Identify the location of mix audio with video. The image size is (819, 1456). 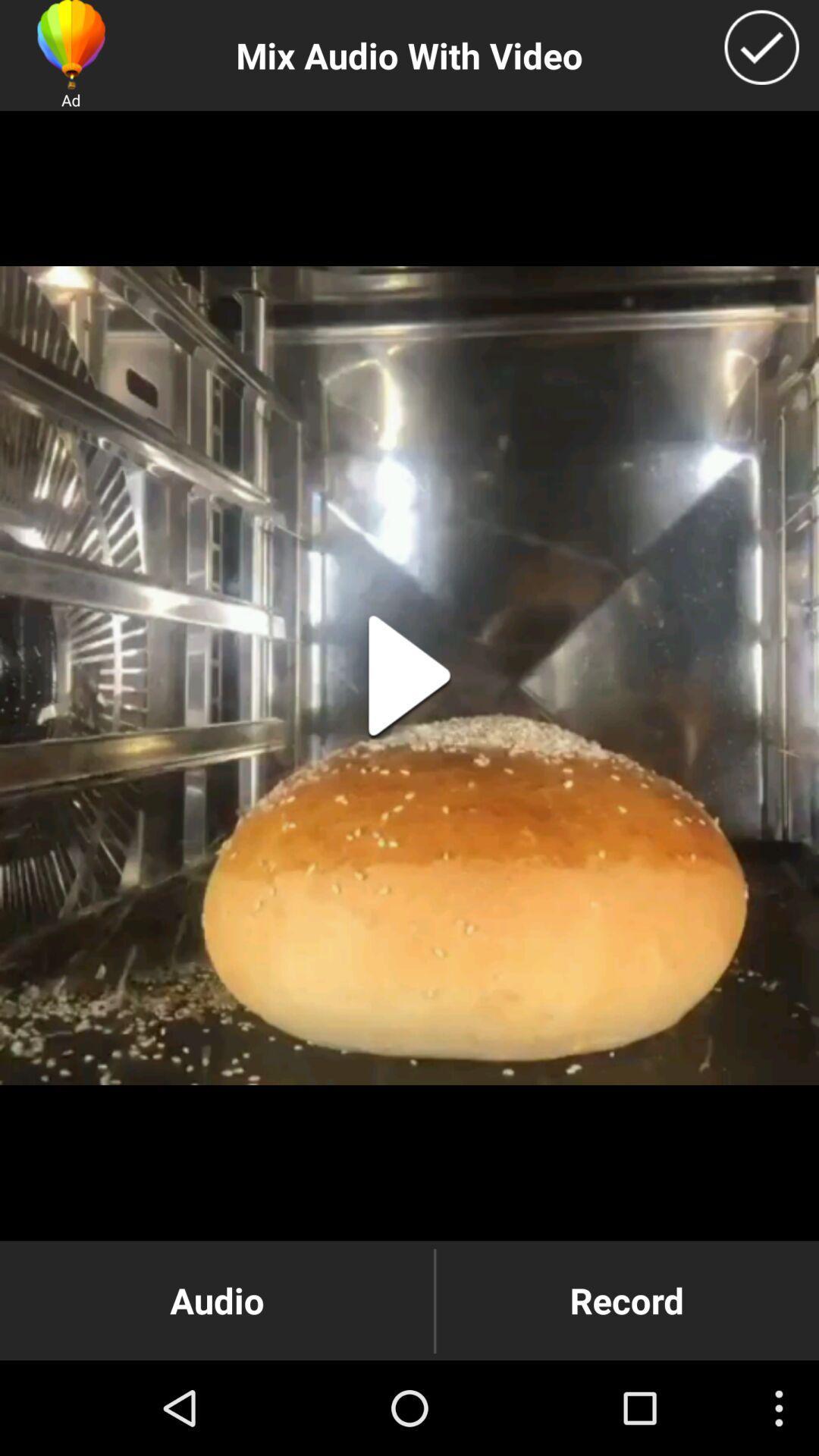
(761, 47).